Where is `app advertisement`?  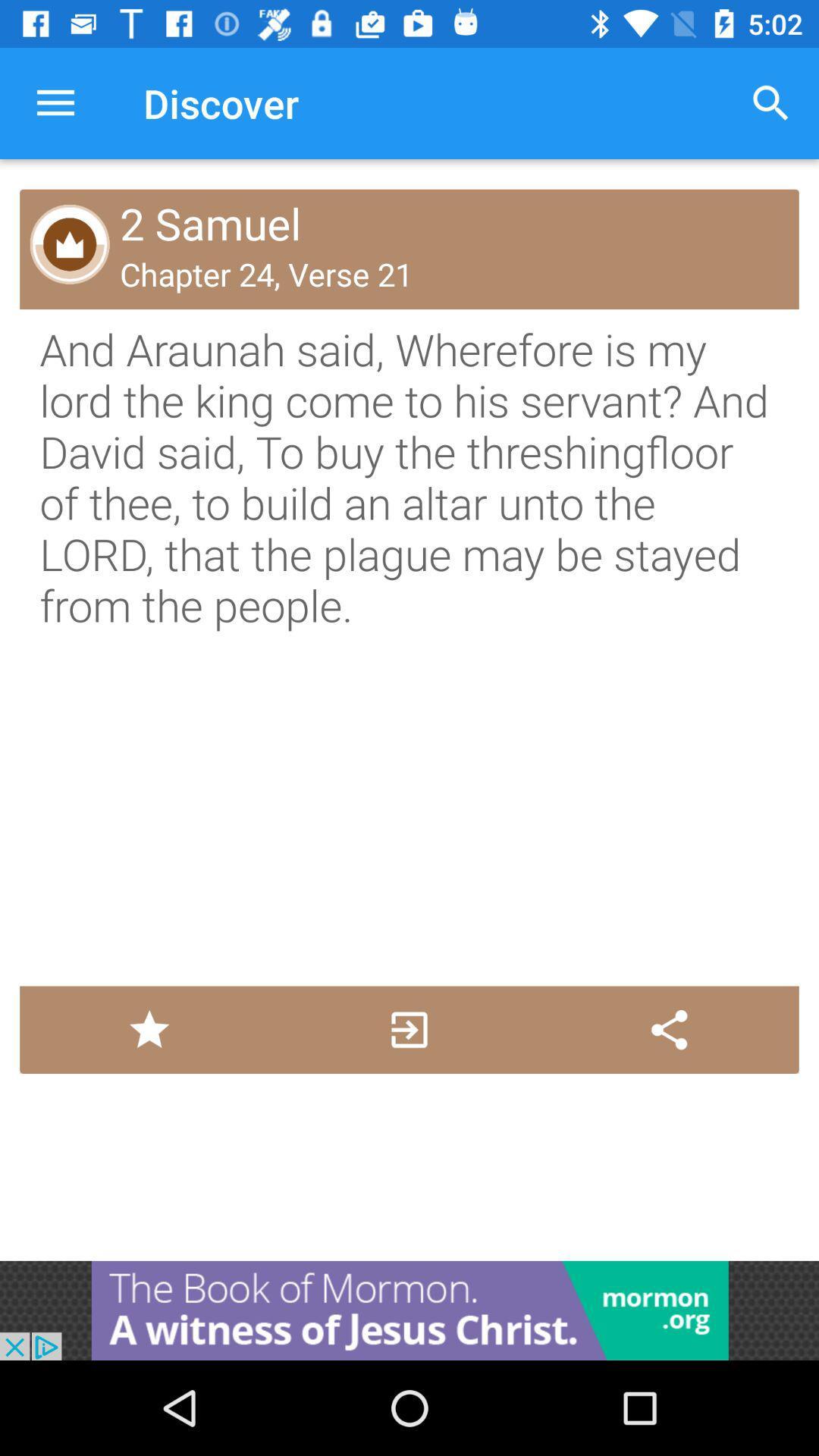
app advertisement is located at coordinates (409, 1310).